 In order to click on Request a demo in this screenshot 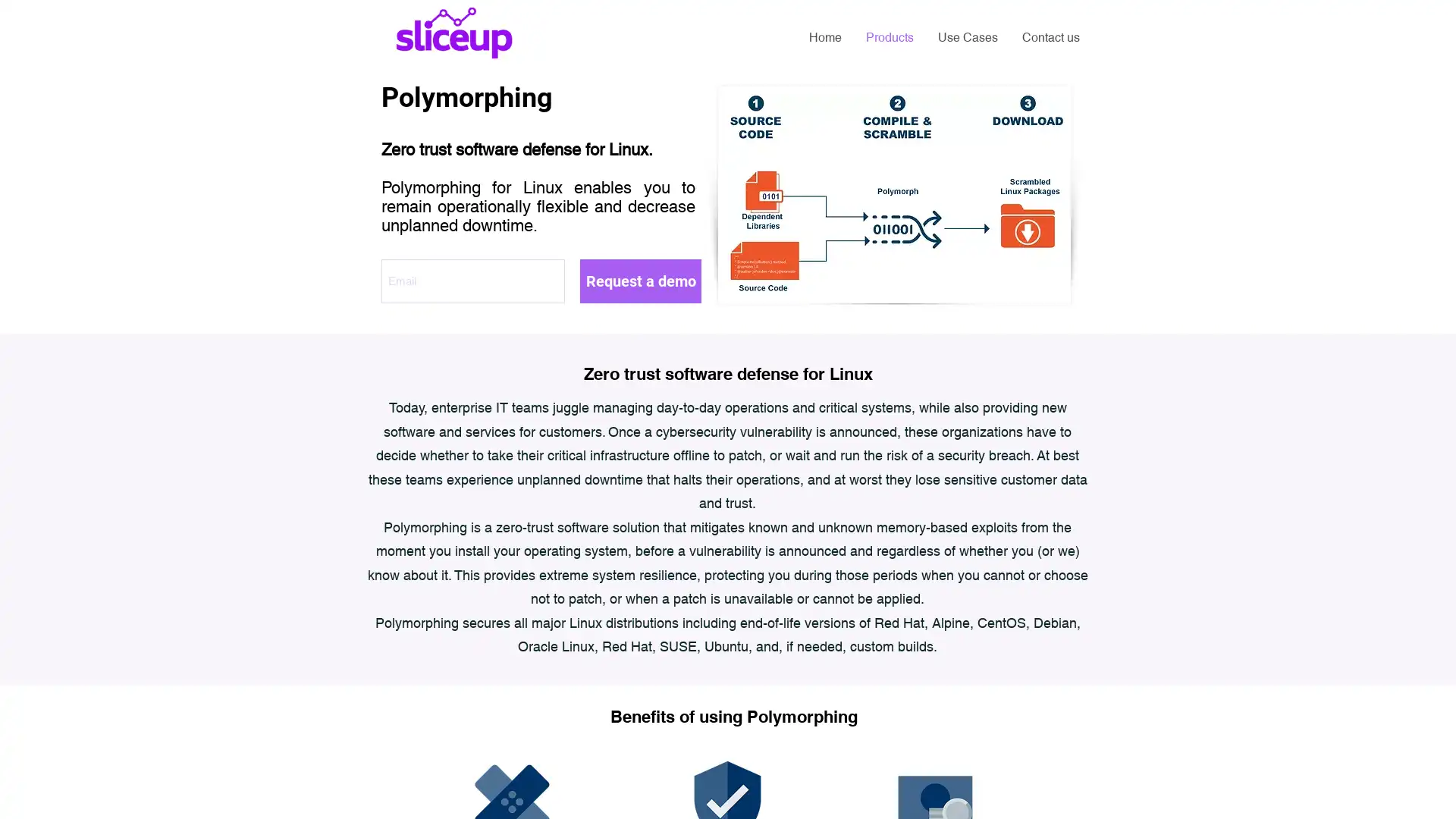, I will do `click(640, 281)`.